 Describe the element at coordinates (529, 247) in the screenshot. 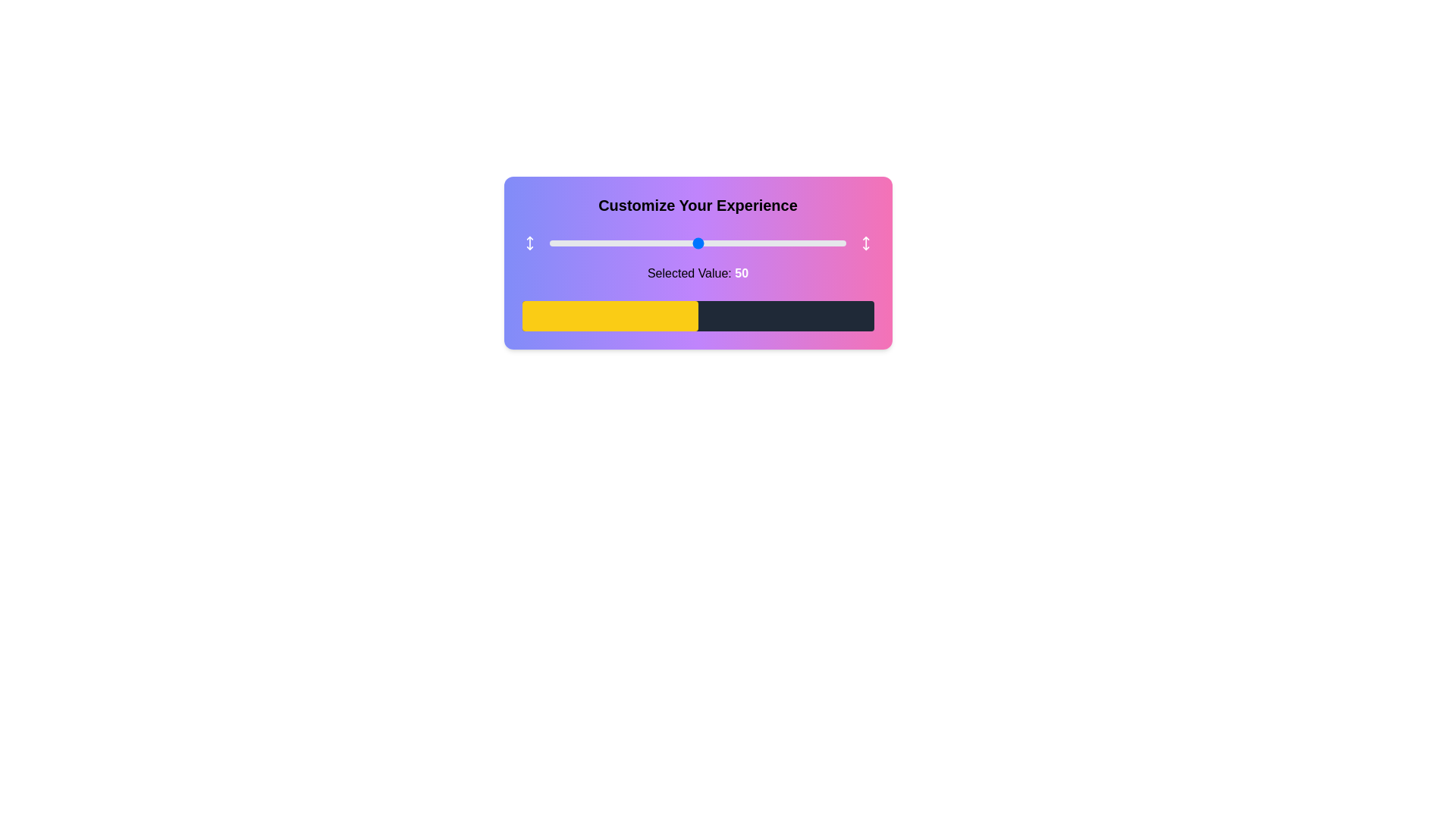

I see `the down arrow icon to indicate direction` at that location.